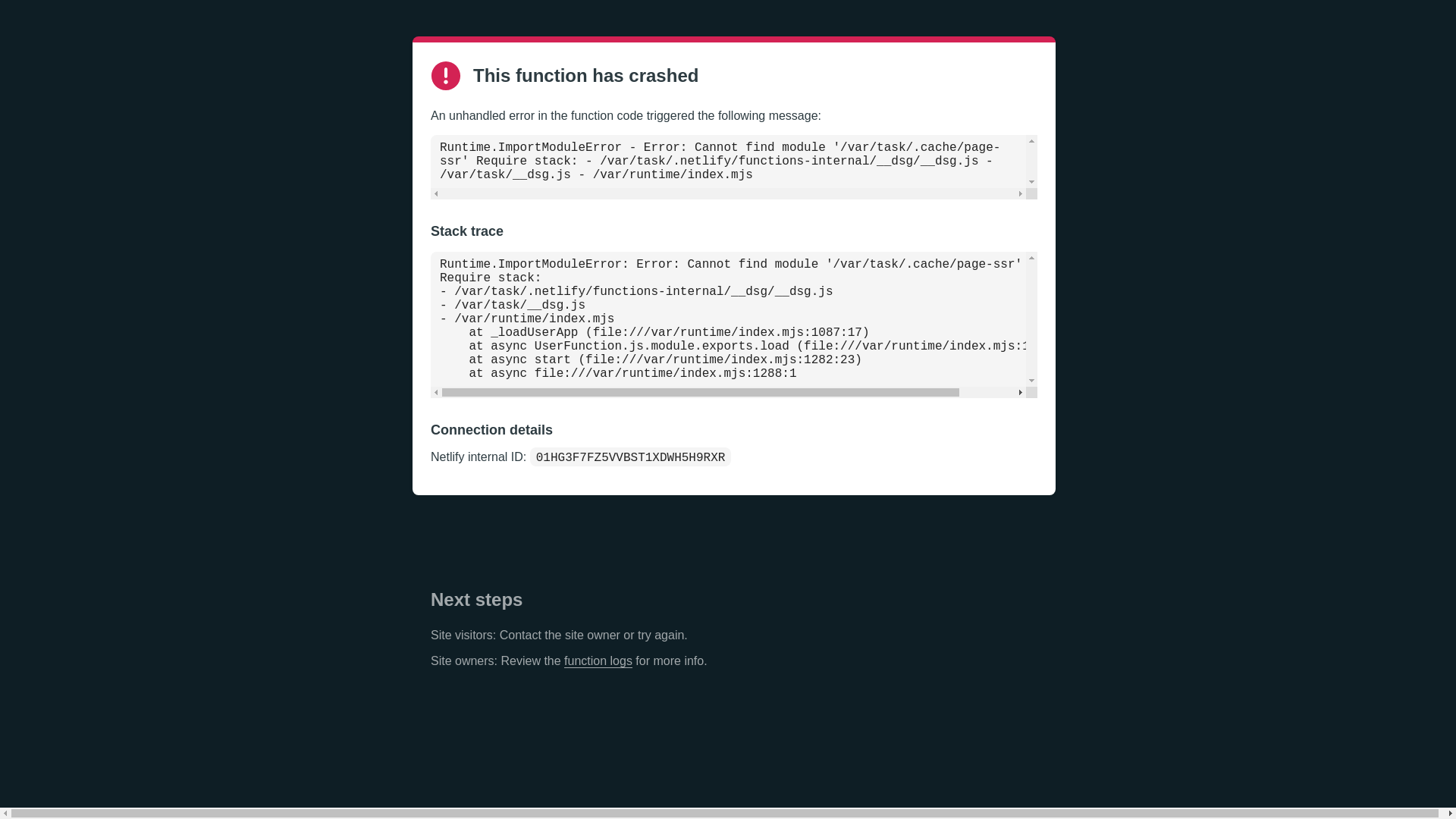 Image resolution: width=1456 pixels, height=819 pixels. Describe the element at coordinates (597, 660) in the screenshot. I see `'function logs'` at that location.